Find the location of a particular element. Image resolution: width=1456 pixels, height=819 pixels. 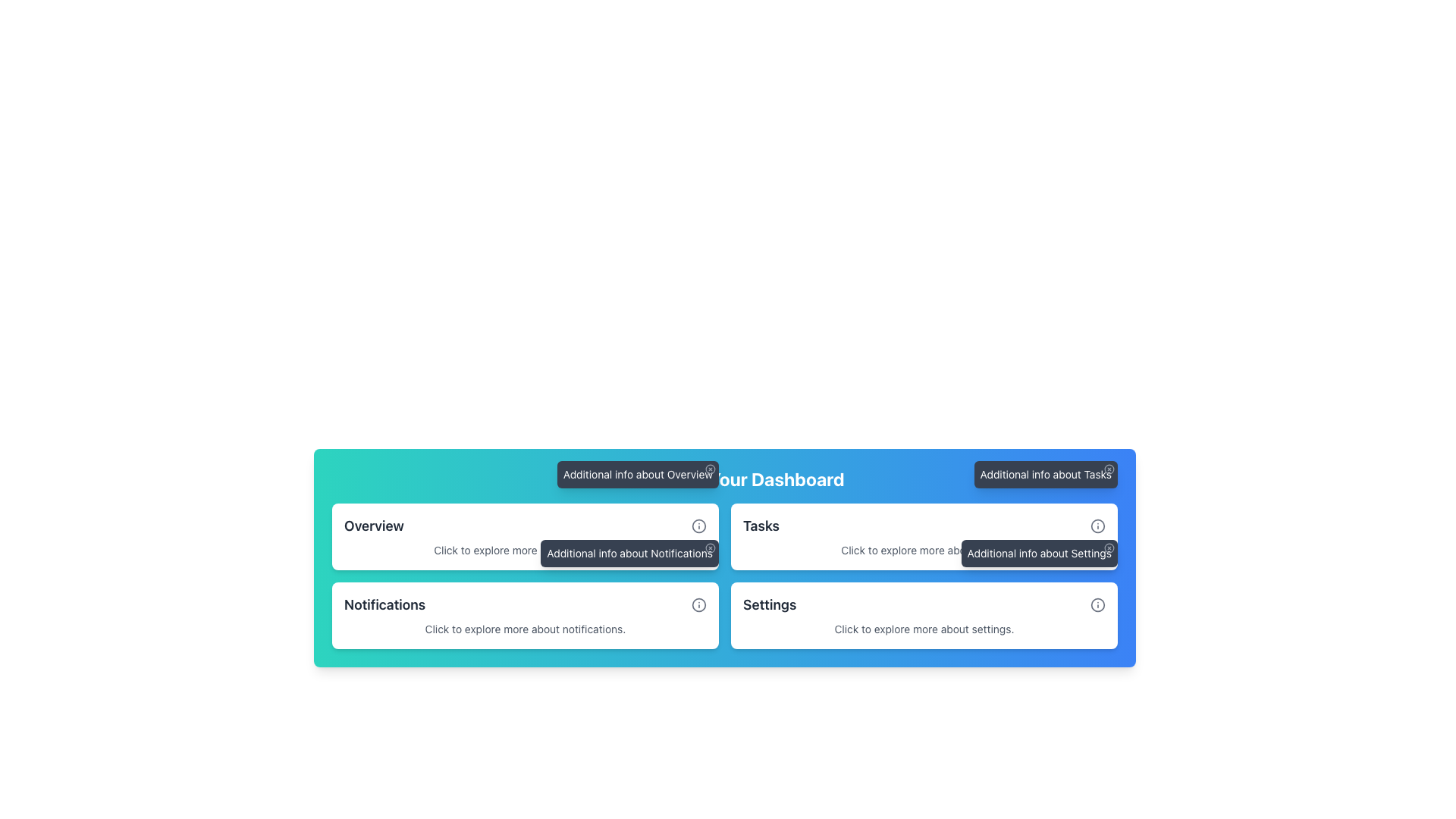

the Close button, a small circular icon with a cross symbol, located at the top-right corner of the tooltip labeled 'Additional info about Notifications' is located at coordinates (709, 548).